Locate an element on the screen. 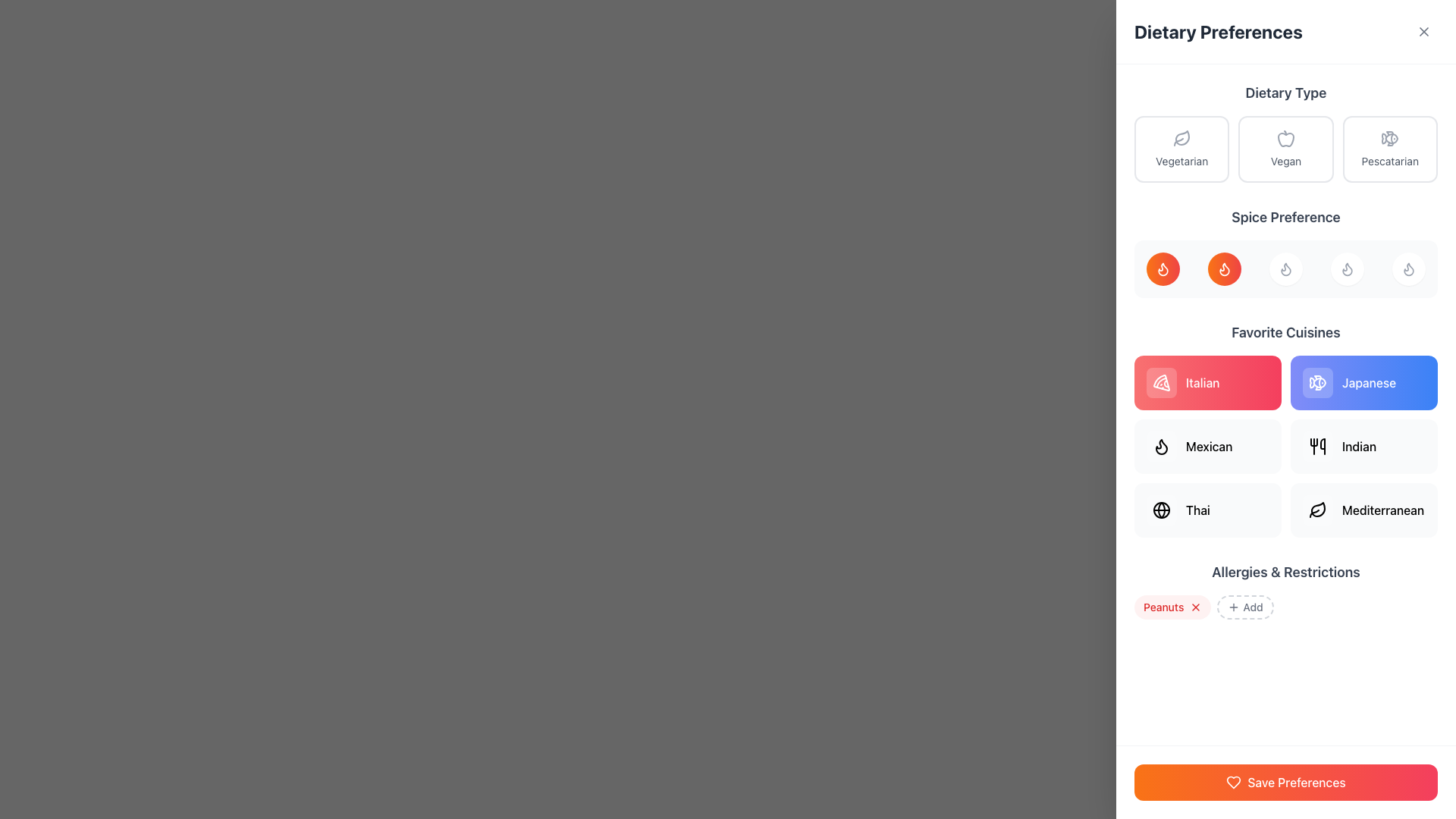 This screenshot has height=819, width=1456. the 'Pescatarian' button, which is a button with a light gray border, rounded corners, and a white background, featuring a fish icon and the text 'Pescatarian' in a small, gray, capitalized font, located in the top-right of the three-column grid of dietary type buttons is located at coordinates (1390, 149).